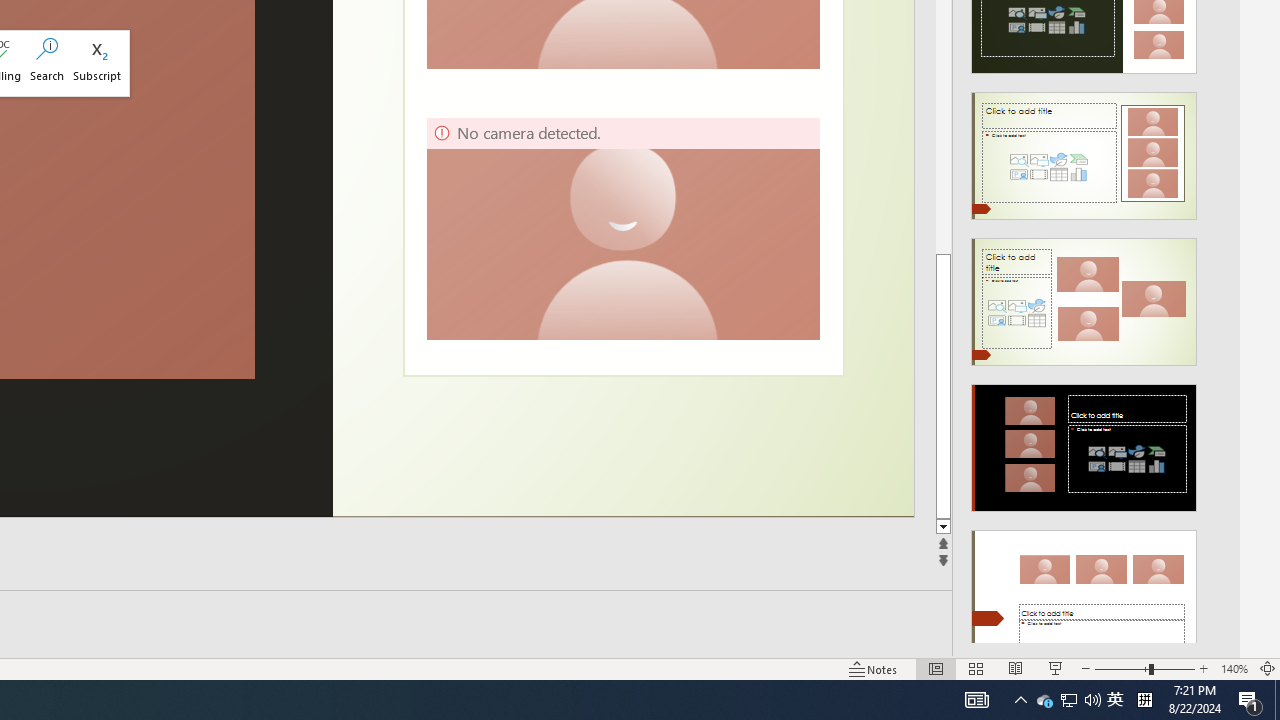 The image size is (1280, 720). I want to click on 'Zoom Out', so click(1121, 669).